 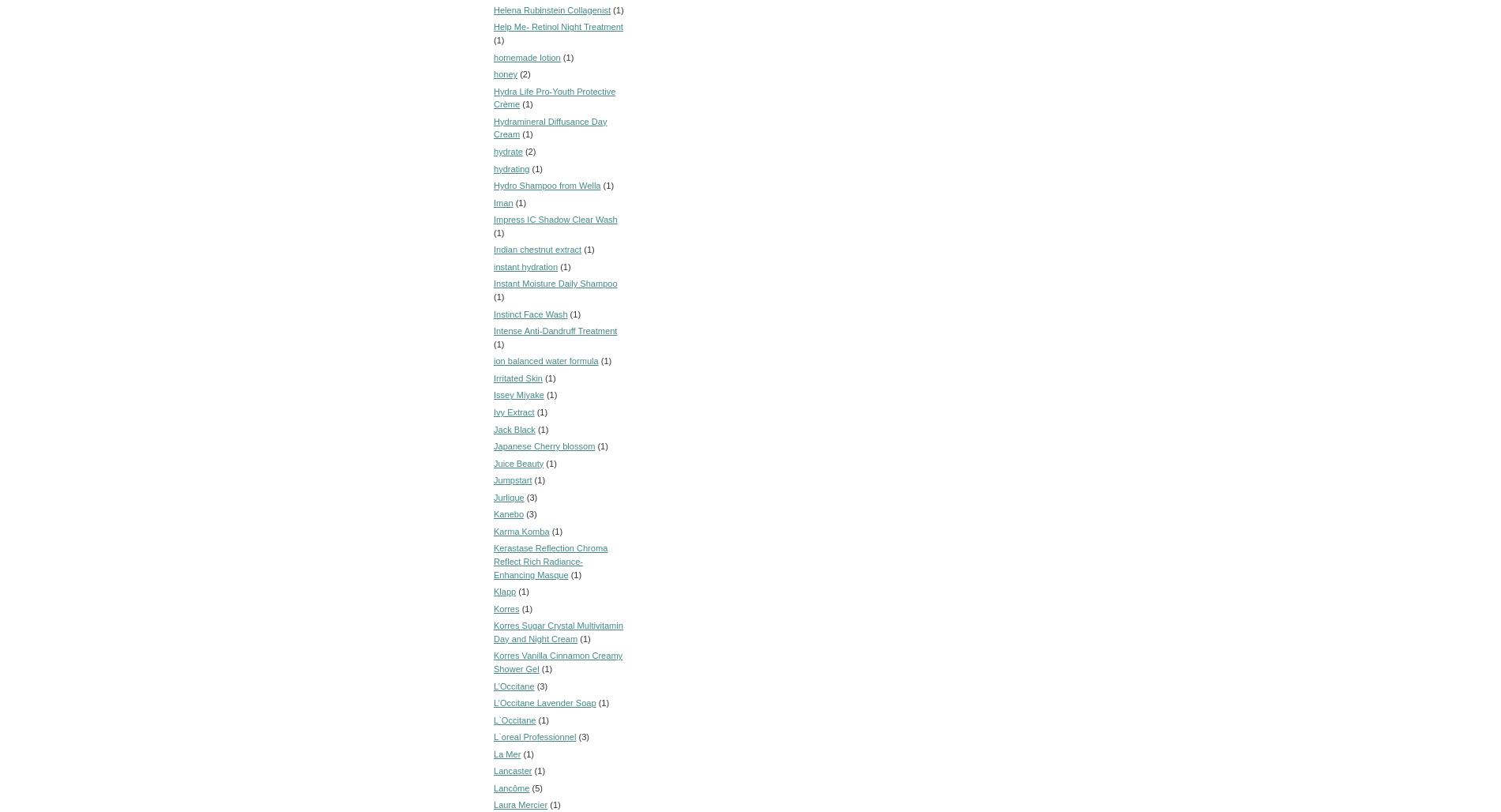 I want to click on 'Kerastase Reflection Chroma Reflect Rich Radiance-Enhancing Masque', so click(x=493, y=560).